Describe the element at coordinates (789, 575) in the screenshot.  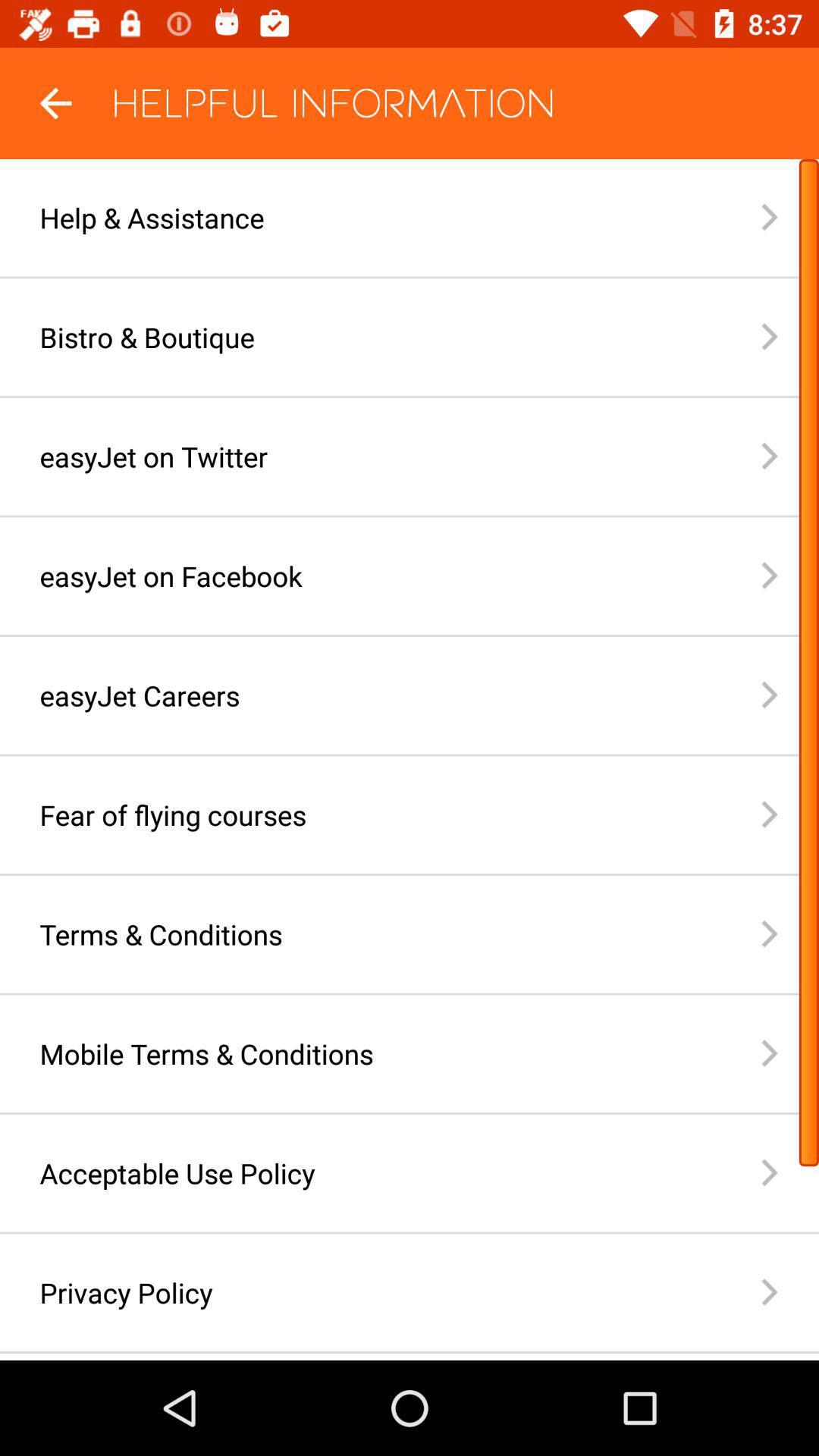
I see `the front arrow which is on the right side of easy jet on facebook` at that location.